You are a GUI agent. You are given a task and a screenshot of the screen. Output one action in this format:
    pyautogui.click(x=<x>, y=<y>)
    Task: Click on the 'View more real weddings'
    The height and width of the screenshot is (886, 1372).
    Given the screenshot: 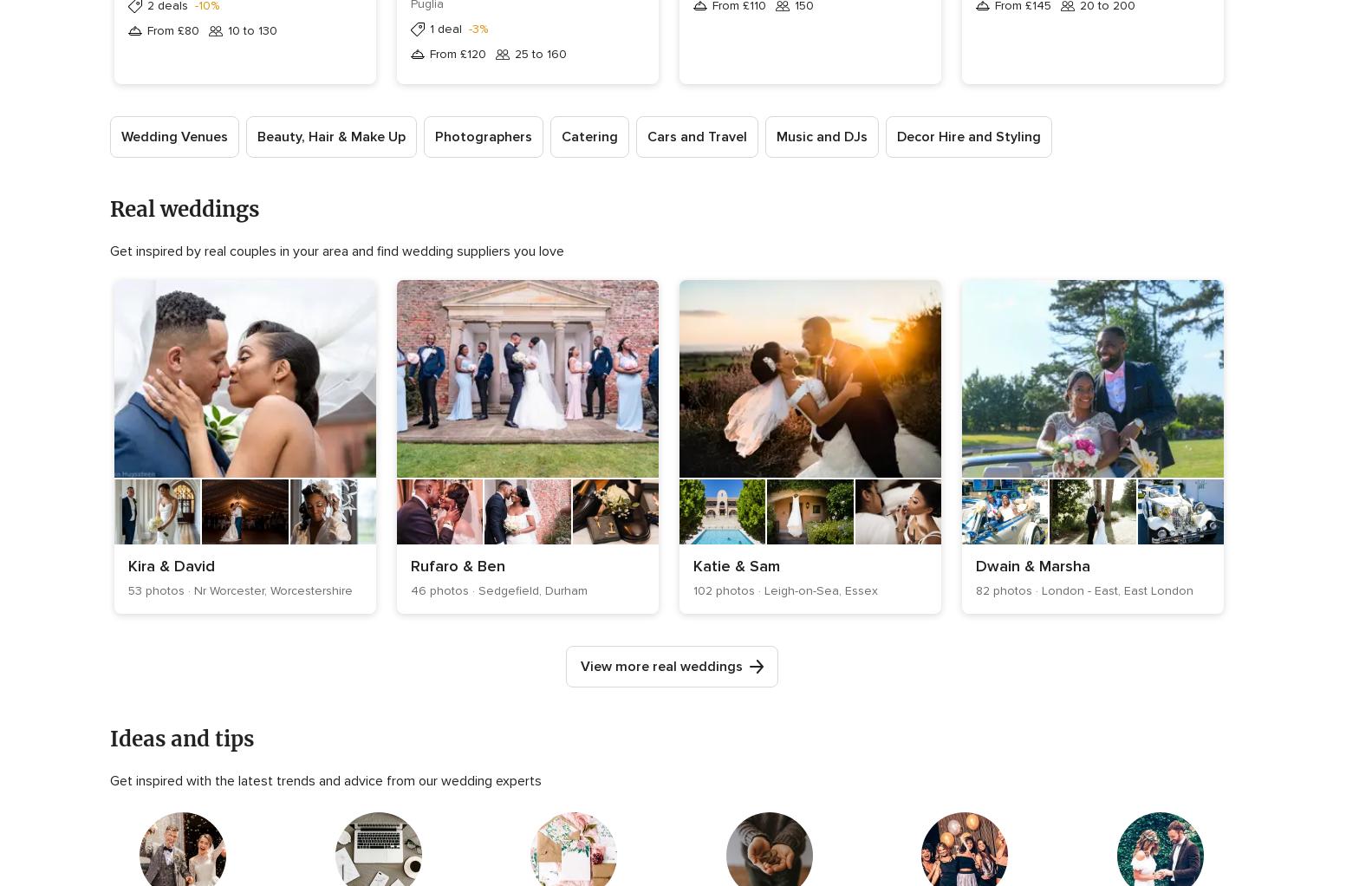 What is the action you would take?
    pyautogui.click(x=660, y=666)
    